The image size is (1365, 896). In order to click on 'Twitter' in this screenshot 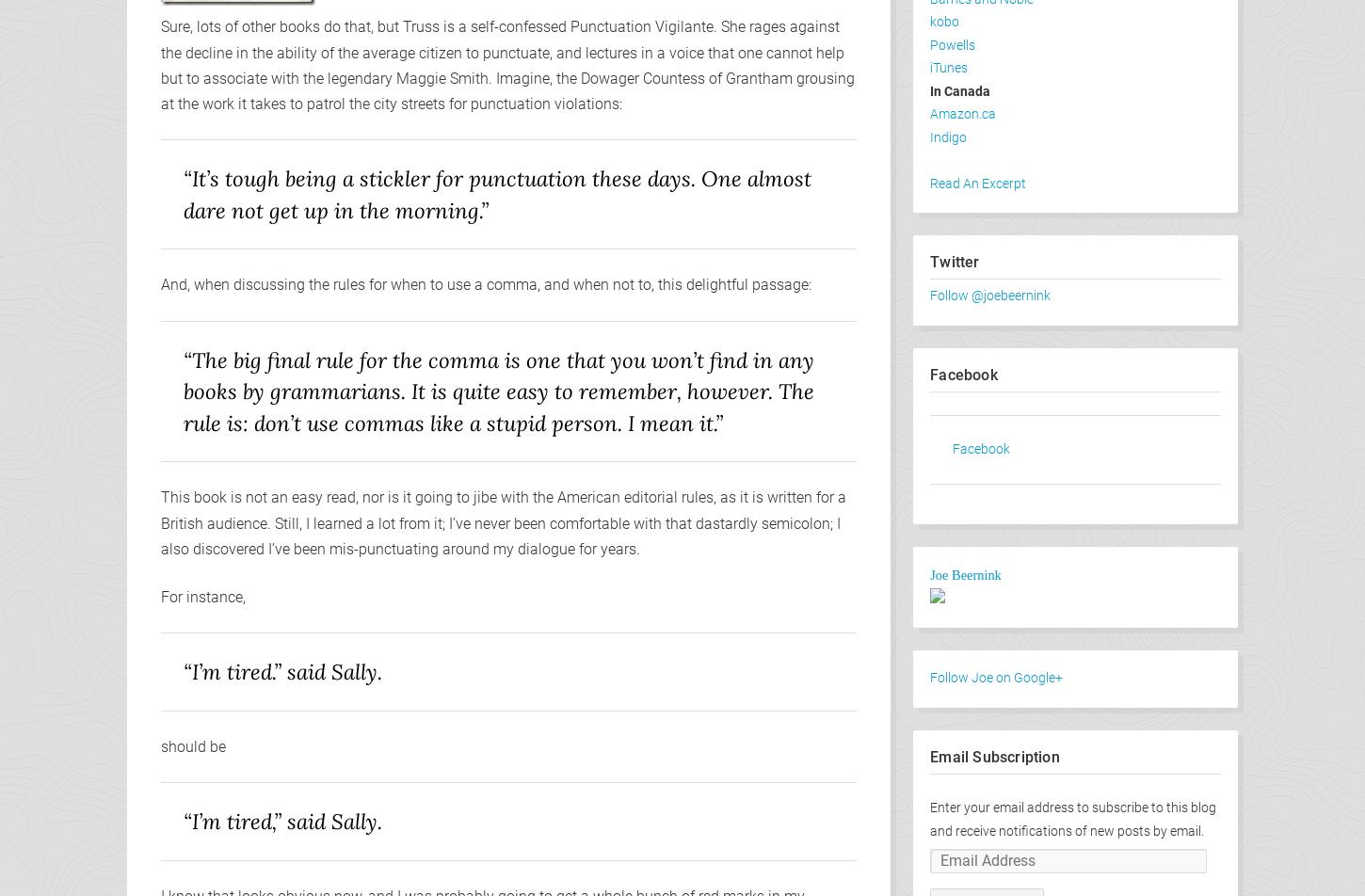, I will do `click(930, 262)`.